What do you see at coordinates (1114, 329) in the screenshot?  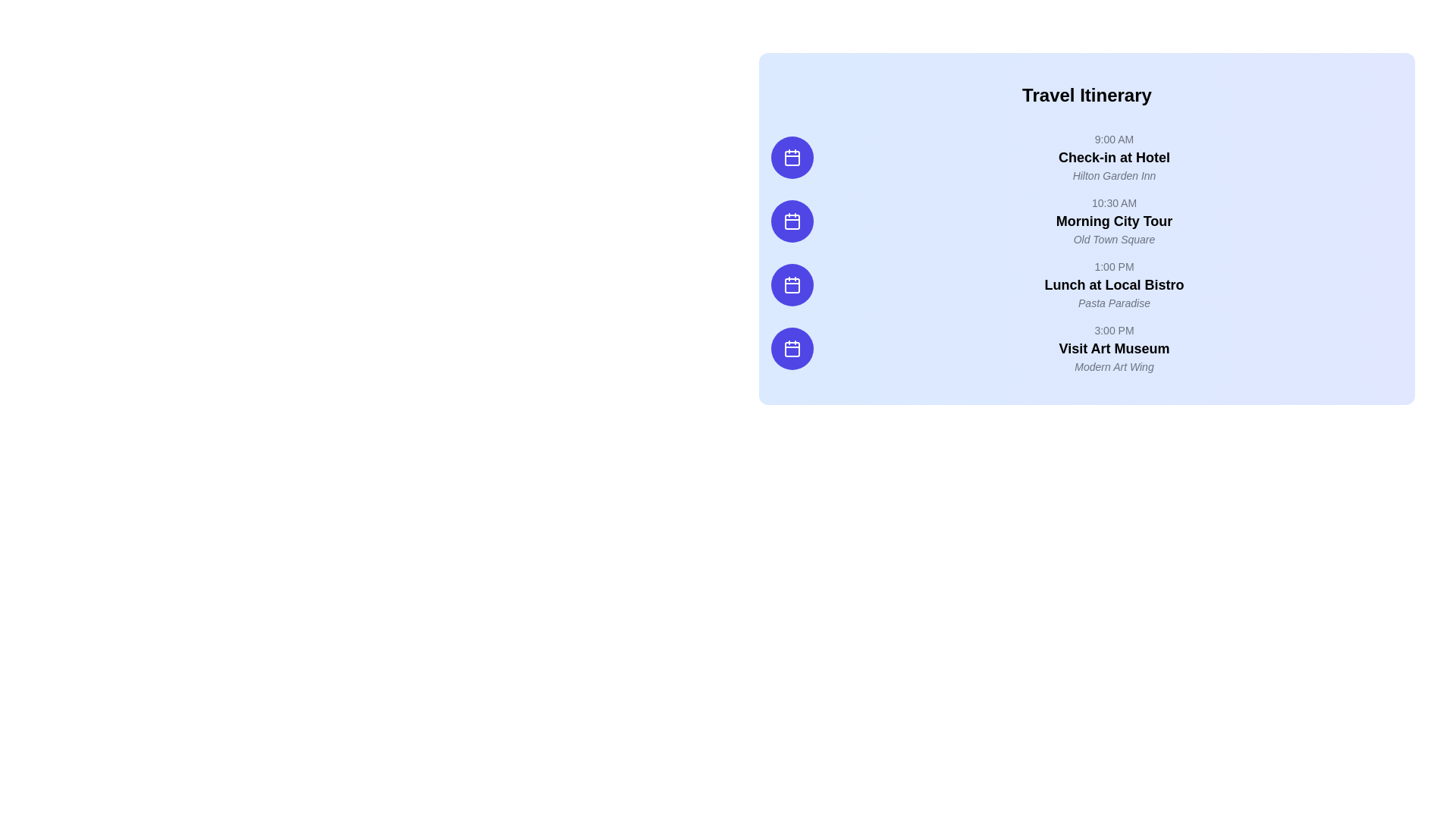 I see `displayed time from the text label indicating the time for a scheduled event in the travel itinerary, positioned above 'Visit Art Museum' and below 'Lunch at Local Bistro'` at bounding box center [1114, 329].